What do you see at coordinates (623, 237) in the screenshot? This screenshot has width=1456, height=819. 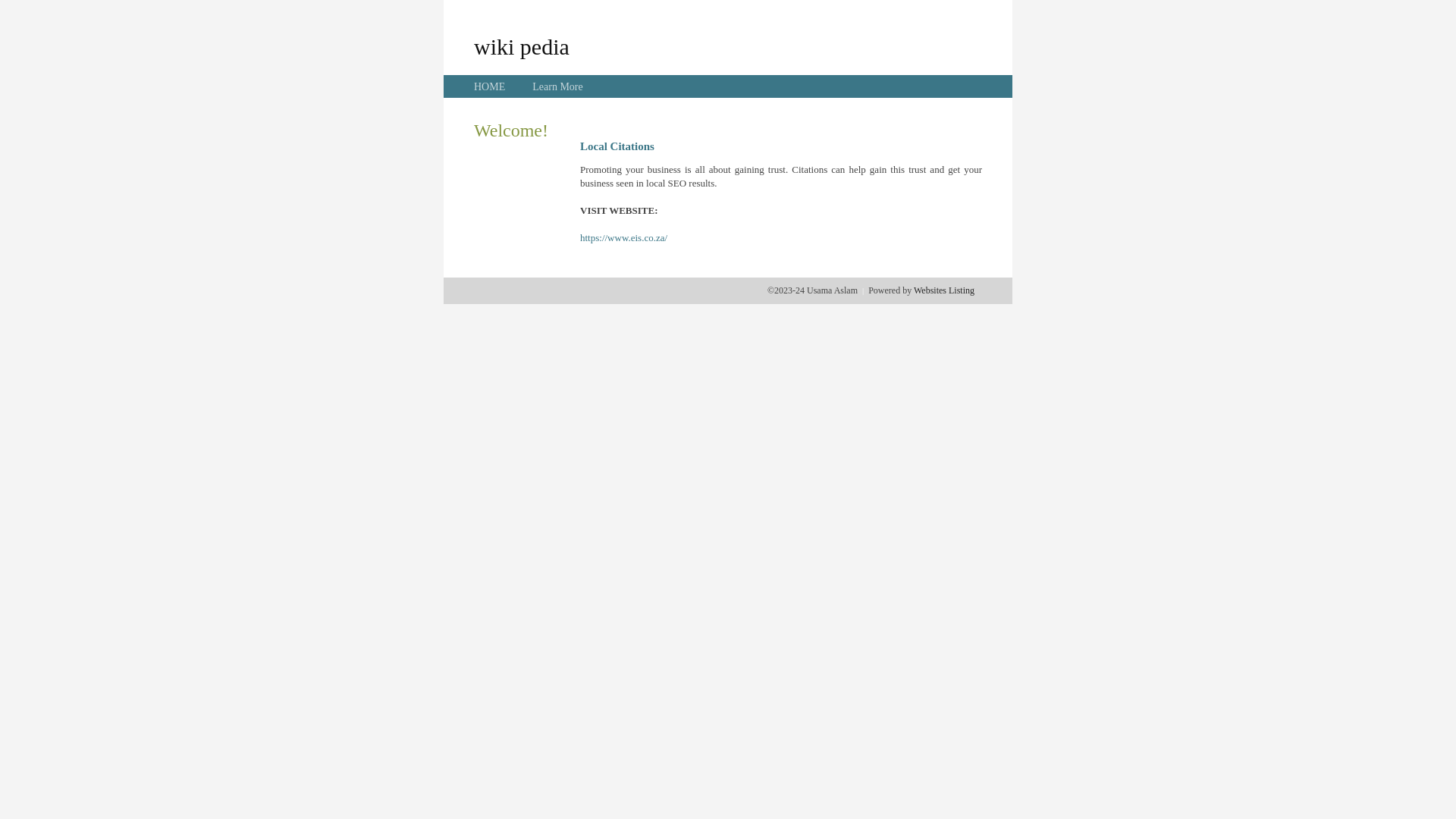 I see `'https://www.eis.co.za/'` at bounding box center [623, 237].